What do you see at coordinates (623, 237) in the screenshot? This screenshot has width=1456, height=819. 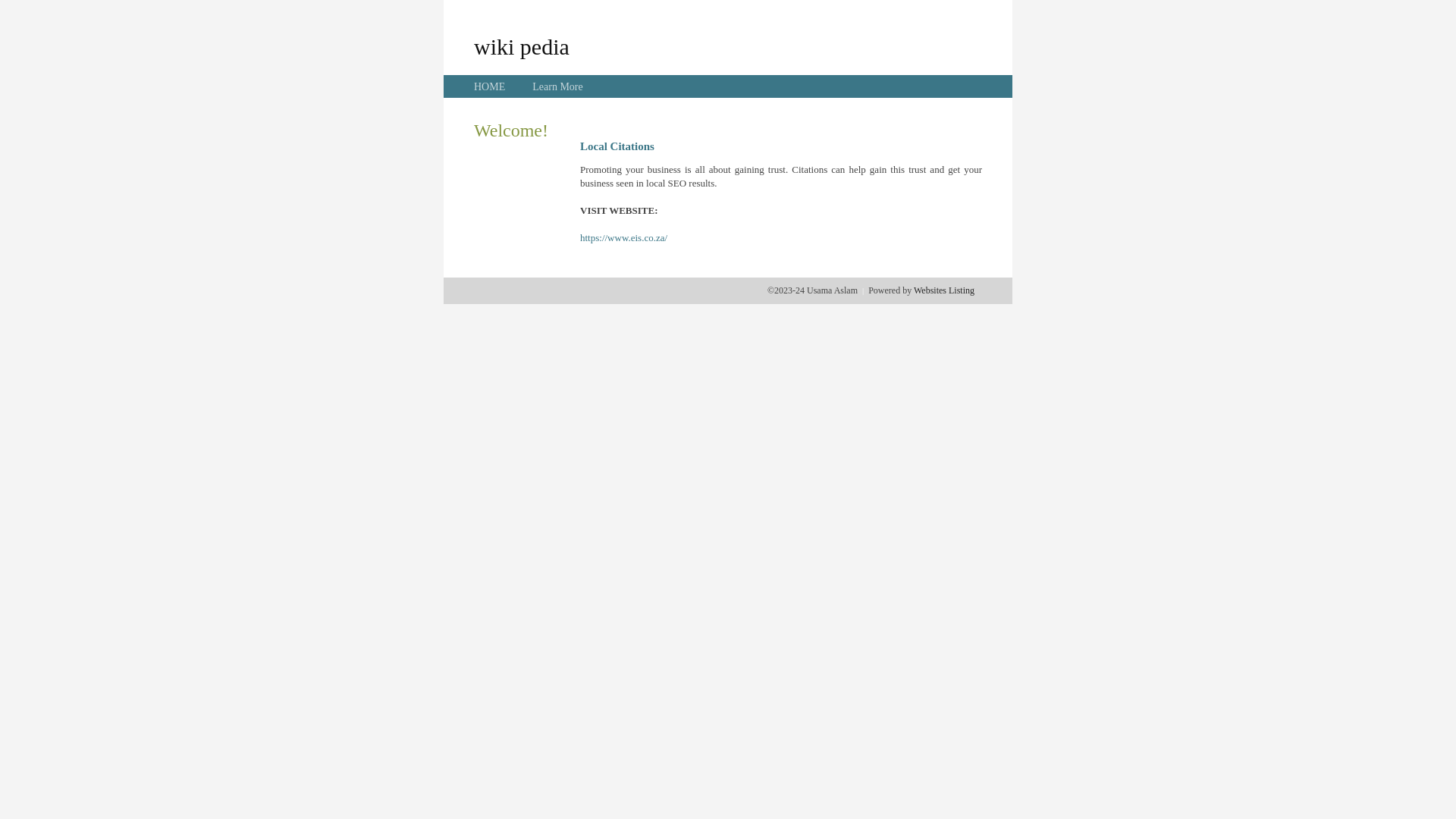 I see `'https://www.eis.co.za/'` at bounding box center [623, 237].